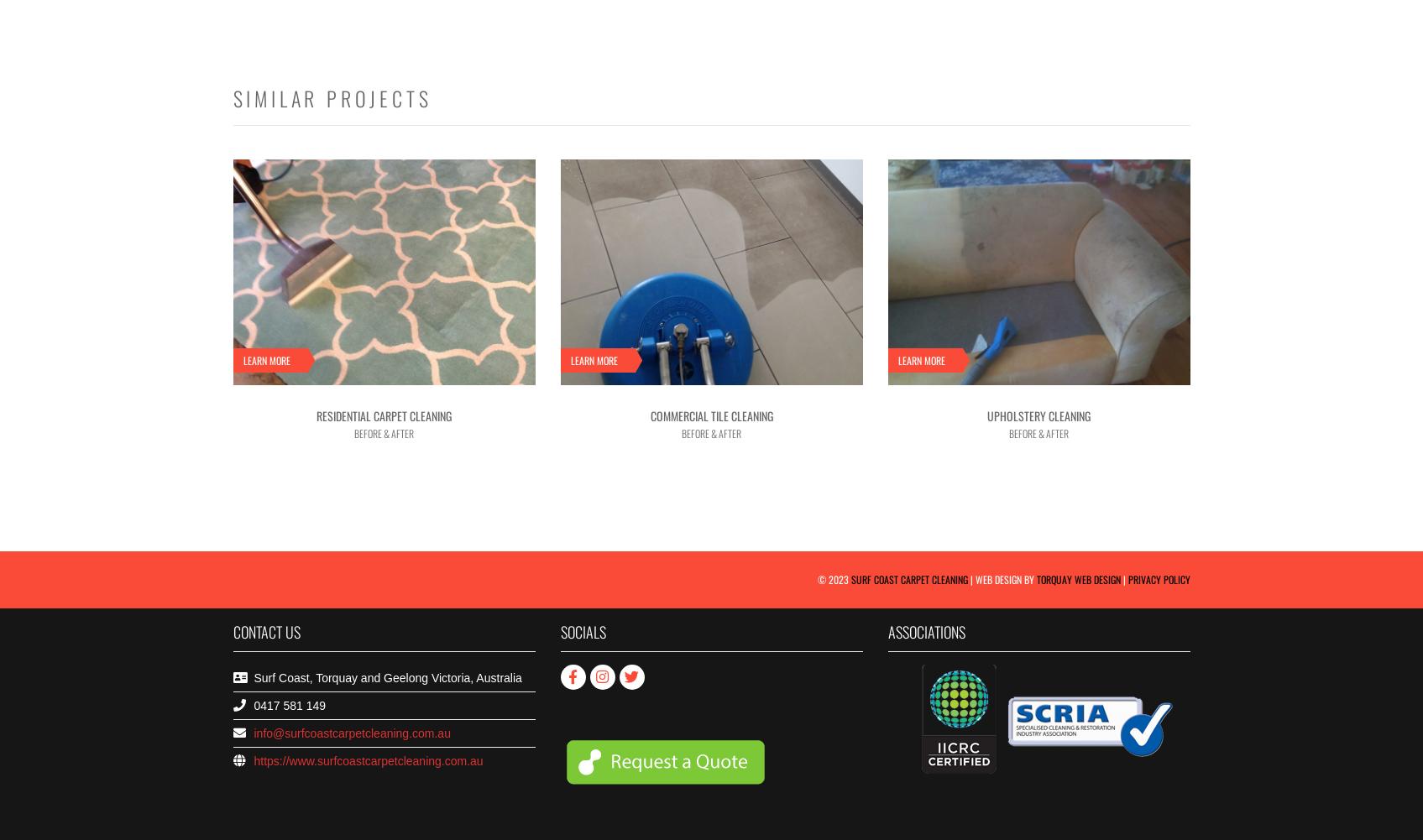 The height and width of the screenshot is (840, 1423). What do you see at coordinates (1119, 577) in the screenshot?
I see `'|'` at bounding box center [1119, 577].